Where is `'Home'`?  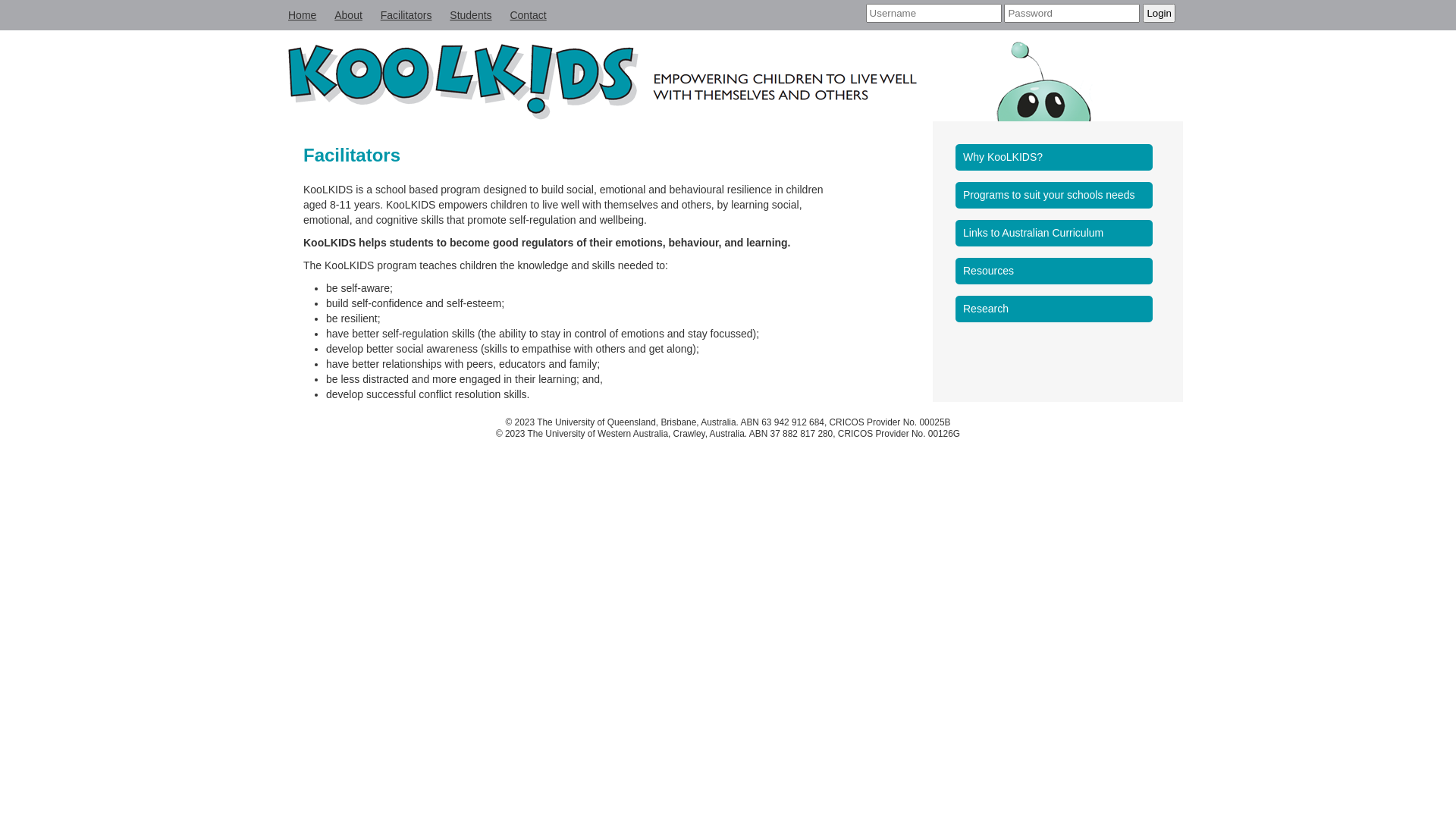 'Home' is located at coordinates (302, 14).